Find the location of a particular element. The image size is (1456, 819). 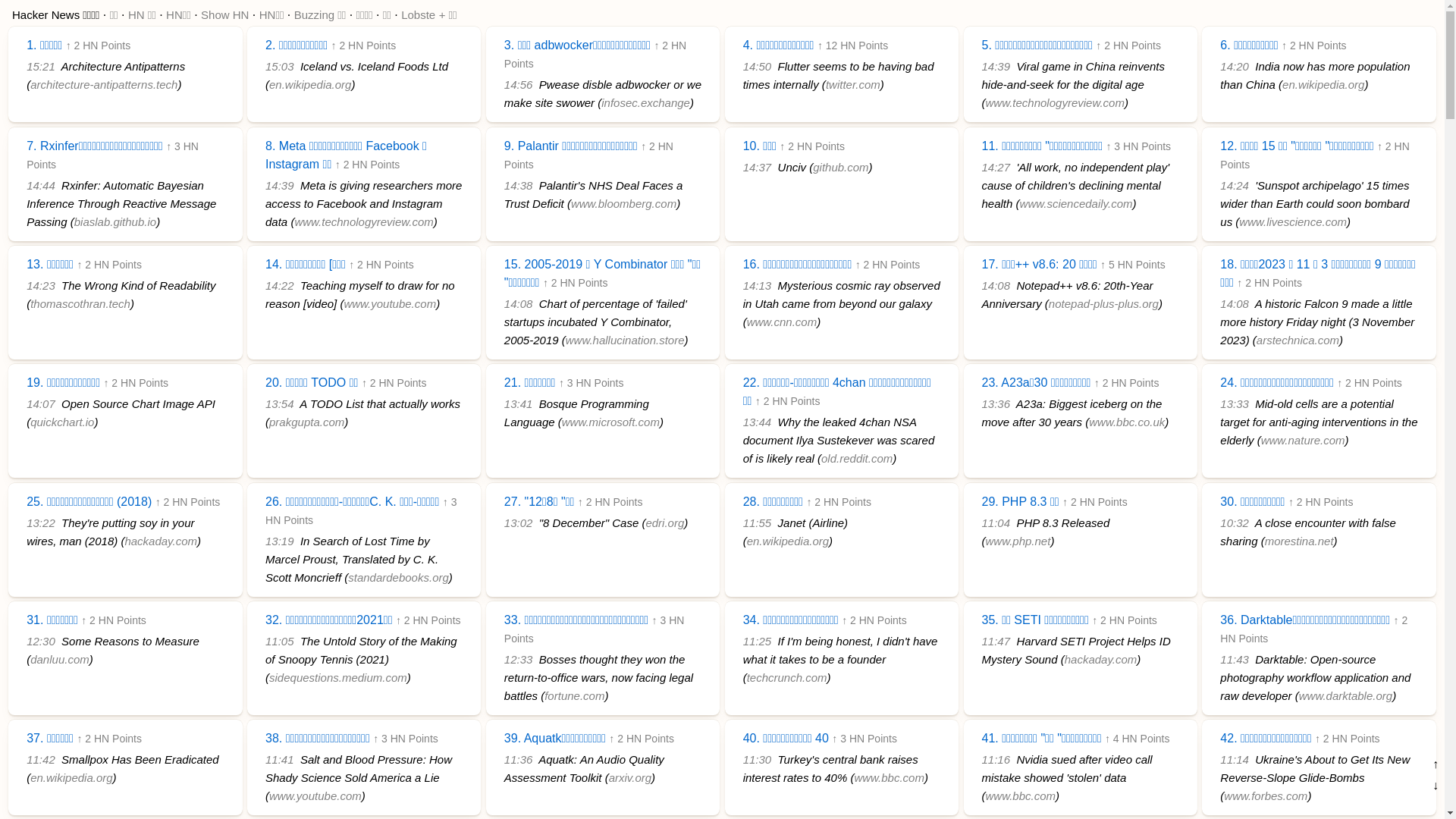

'arxiv.org' is located at coordinates (629, 777).